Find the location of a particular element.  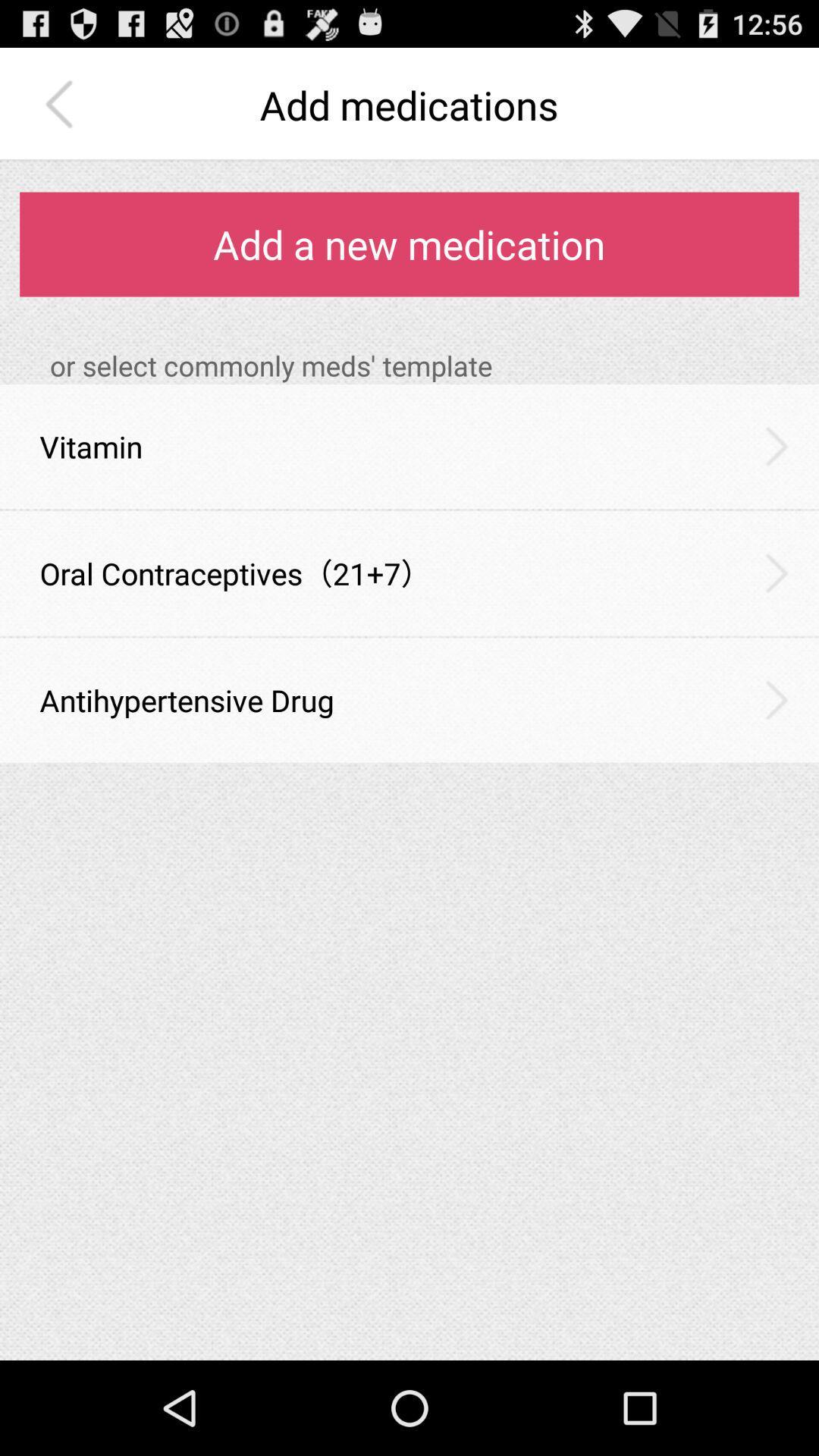

the oral contraceptives 21 is located at coordinates (235, 573).